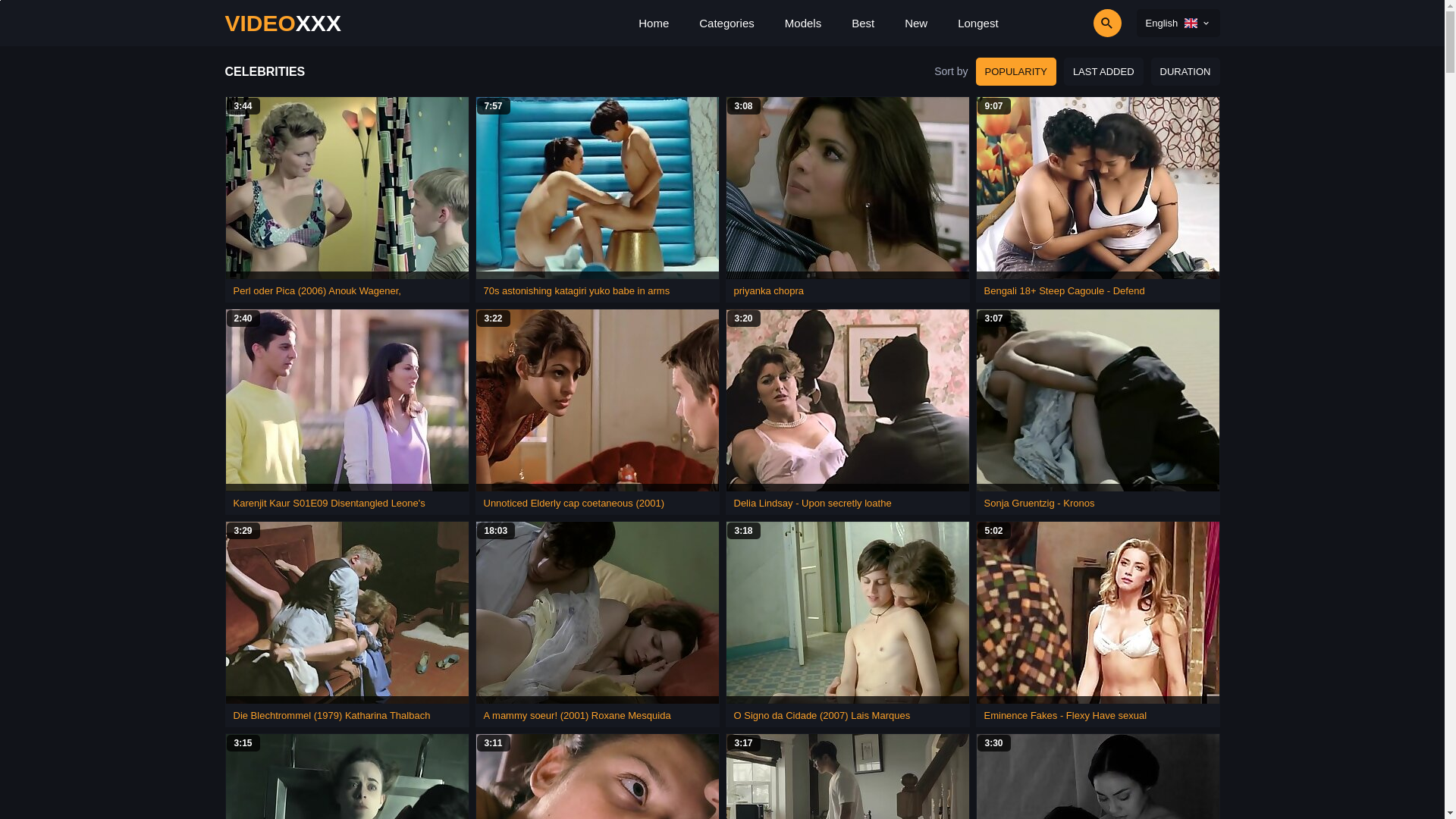  What do you see at coordinates (654, 23) in the screenshot?
I see `'Home'` at bounding box center [654, 23].